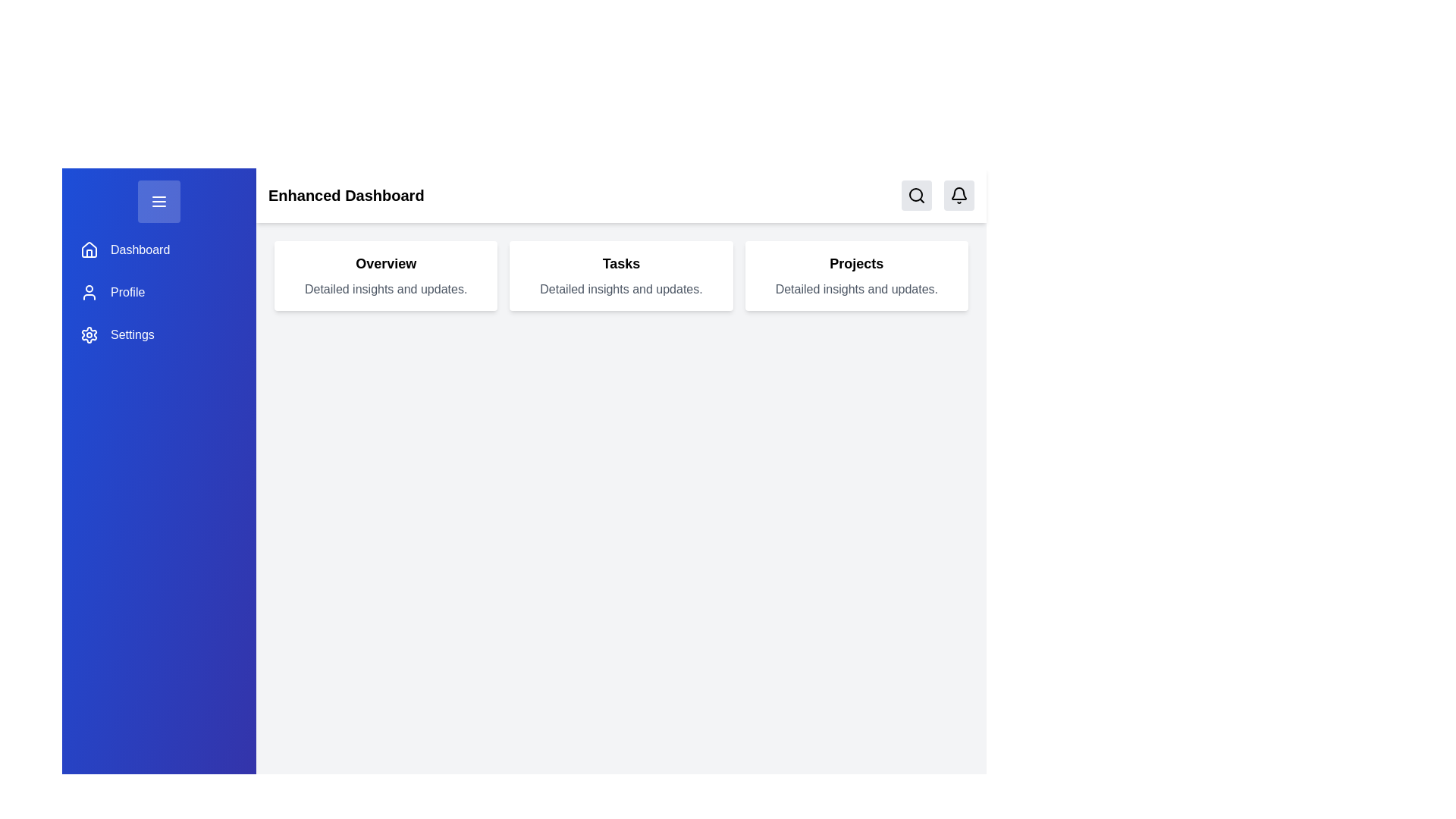 This screenshot has height=819, width=1456. I want to click on the Dashboard icon, which is a non-interactive visual element located at the top of the sidebar navigation items, so click(89, 253).